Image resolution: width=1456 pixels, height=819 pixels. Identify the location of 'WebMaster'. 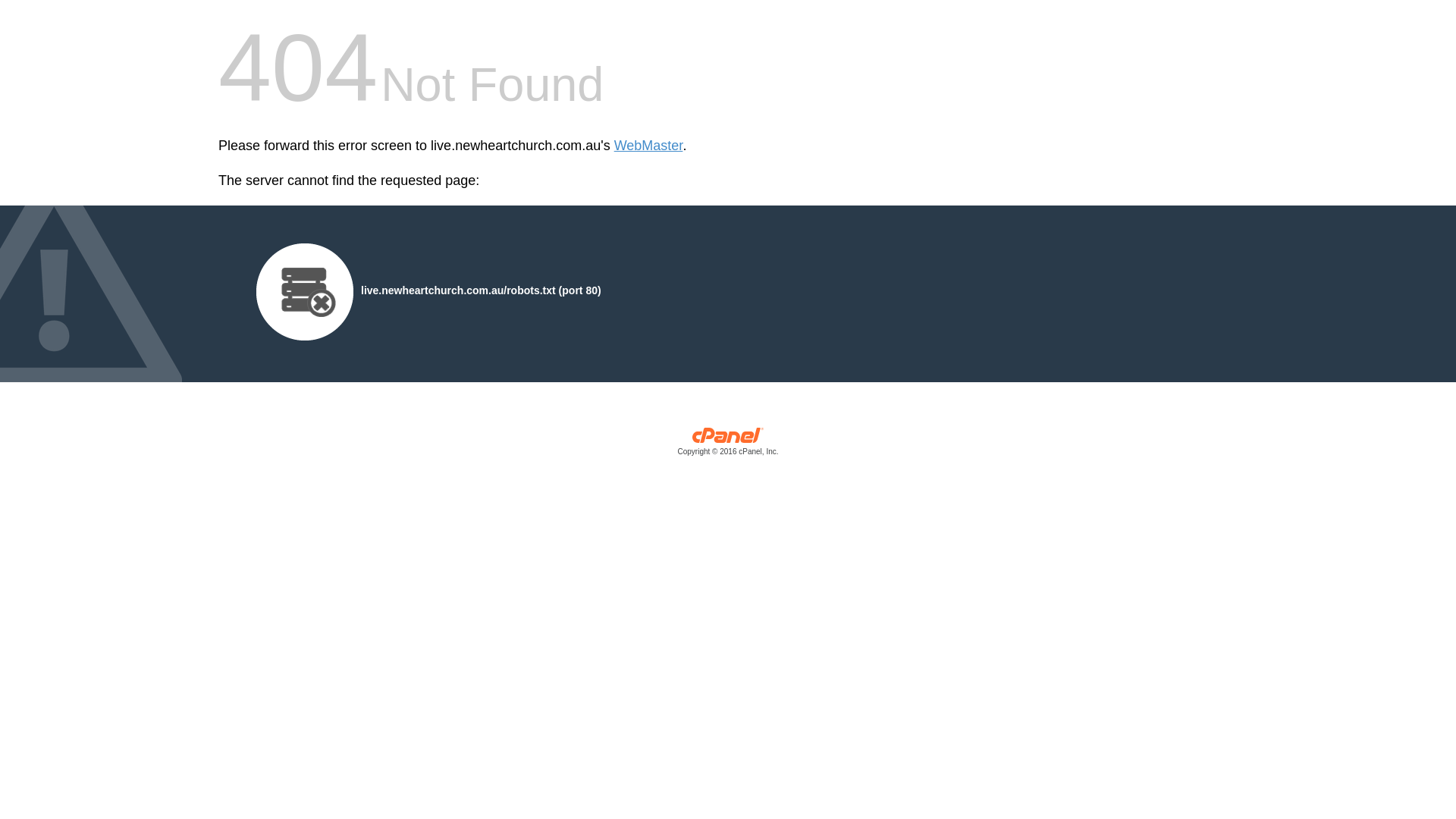
(614, 146).